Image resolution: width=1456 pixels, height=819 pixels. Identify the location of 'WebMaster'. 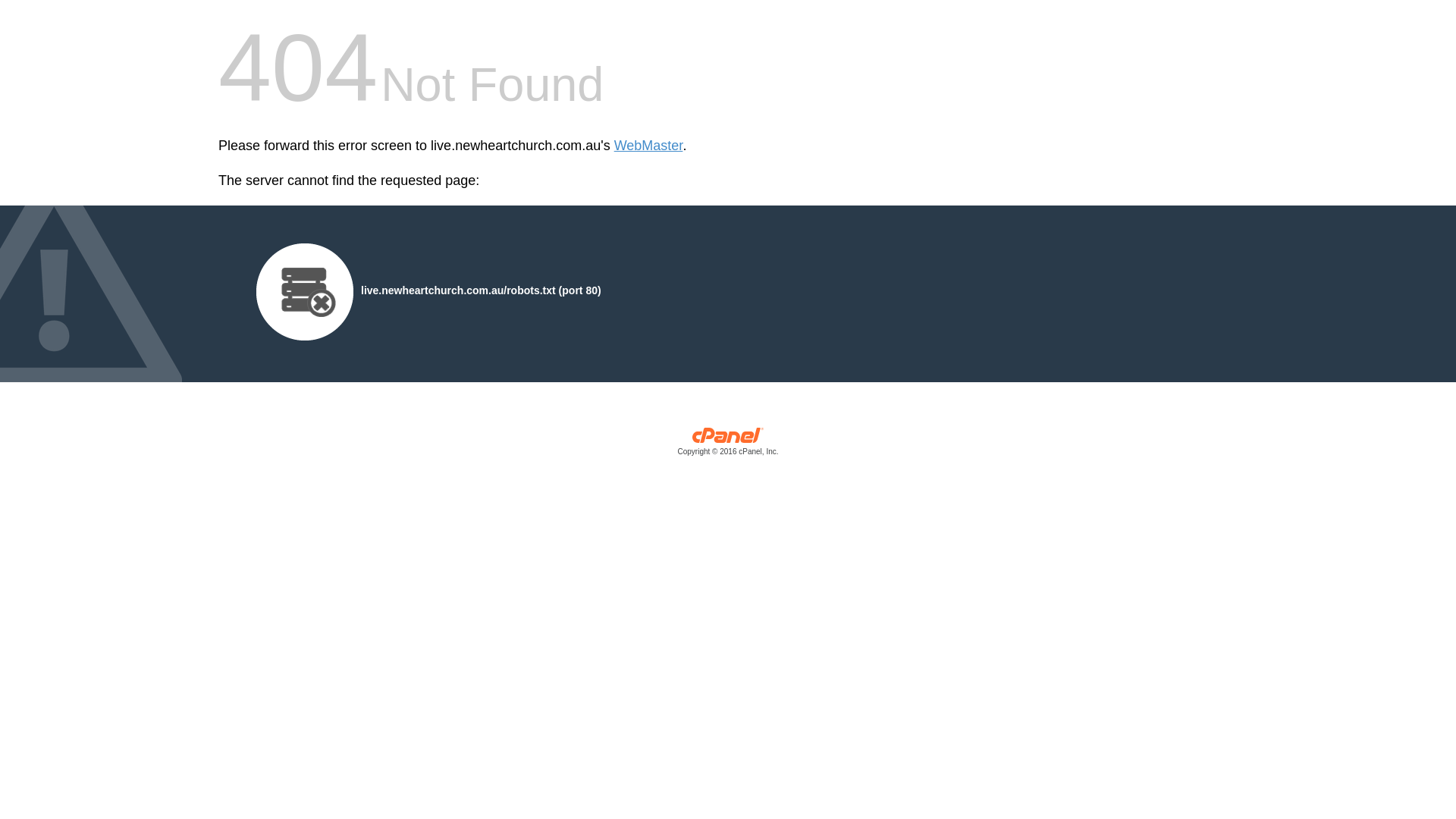
(614, 146).